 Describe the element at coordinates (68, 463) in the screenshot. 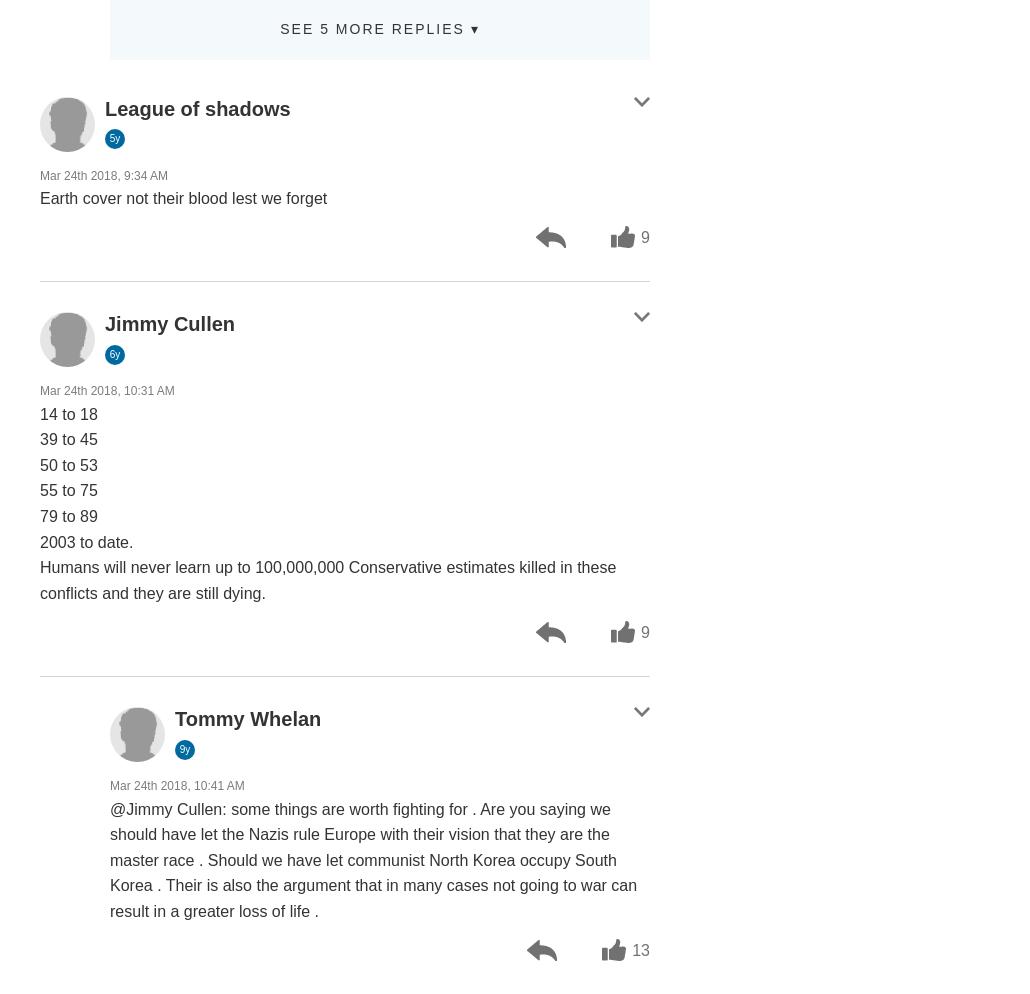

I see `'50 to 53'` at that location.